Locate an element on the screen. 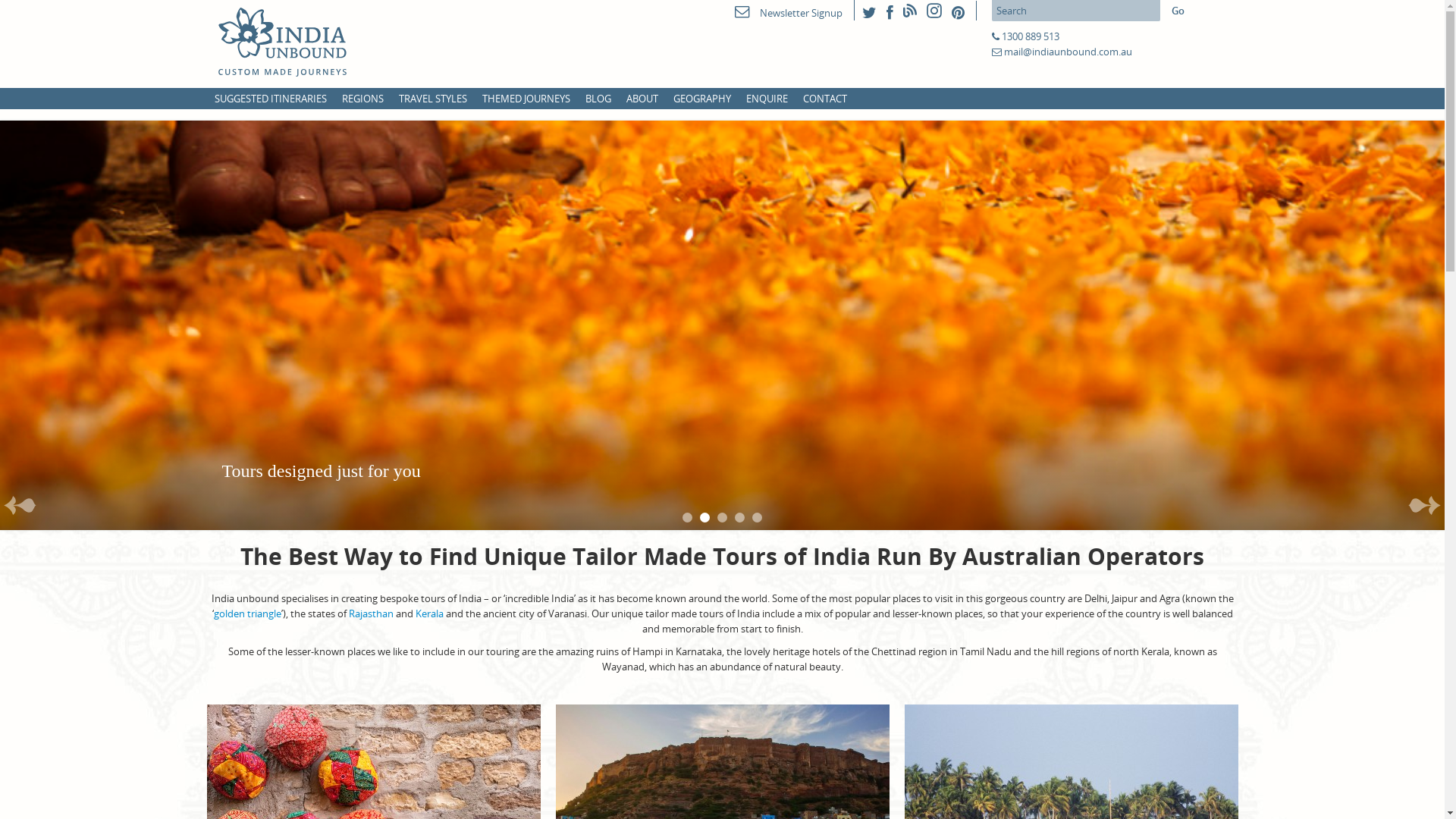  'BLOG' is located at coordinates (597, 99).